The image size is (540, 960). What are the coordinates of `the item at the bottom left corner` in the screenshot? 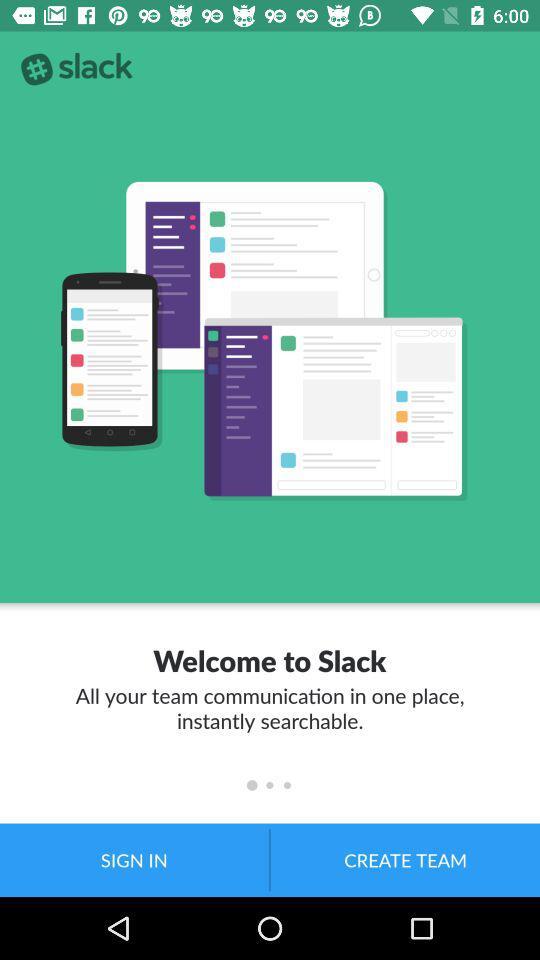 It's located at (134, 859).